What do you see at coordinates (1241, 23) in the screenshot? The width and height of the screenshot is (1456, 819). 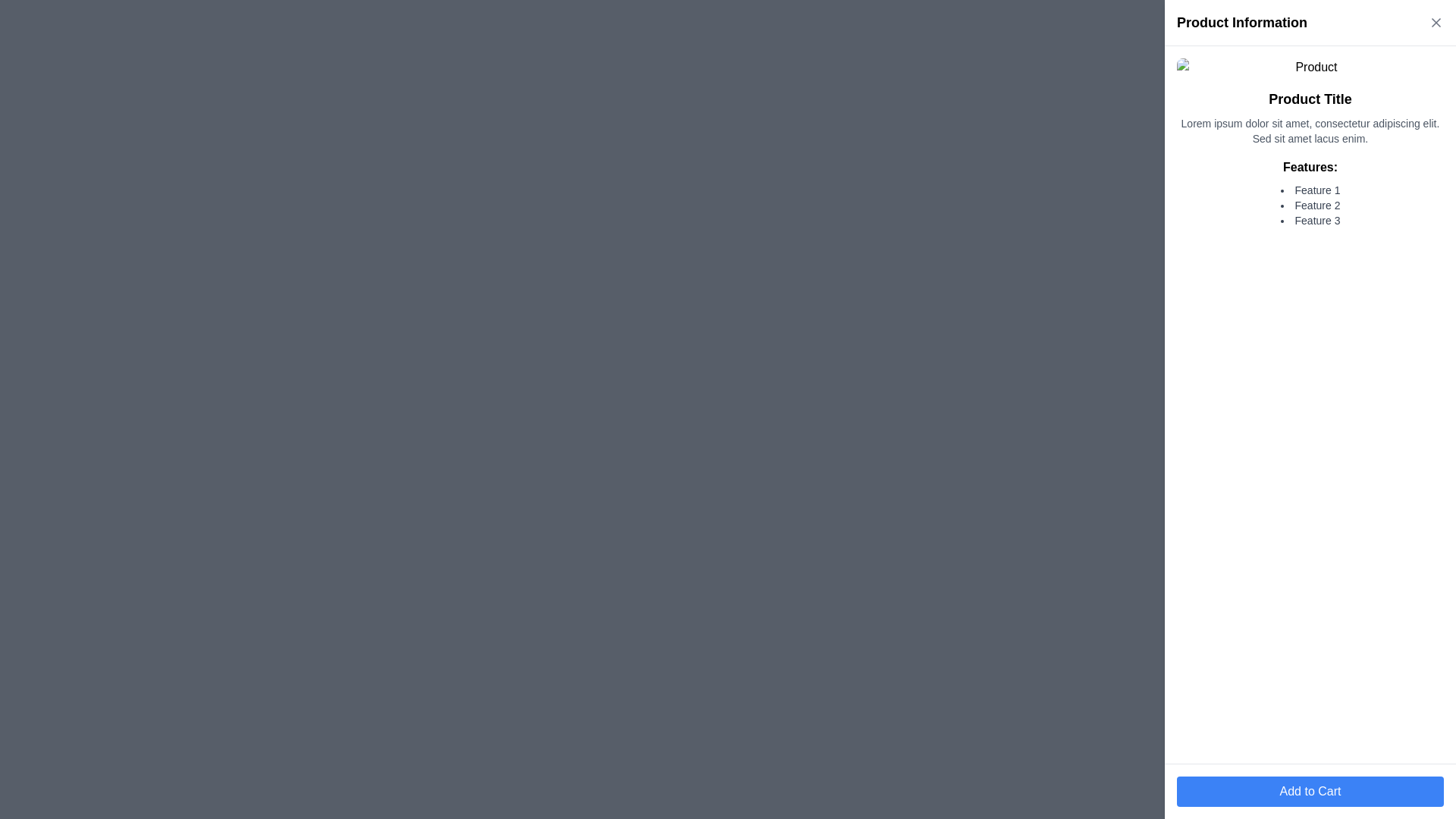 I see `the 'Product Information' header text, which is bold and prominently displayed at the top-left of the pane` at bounding box center [1241, 23].